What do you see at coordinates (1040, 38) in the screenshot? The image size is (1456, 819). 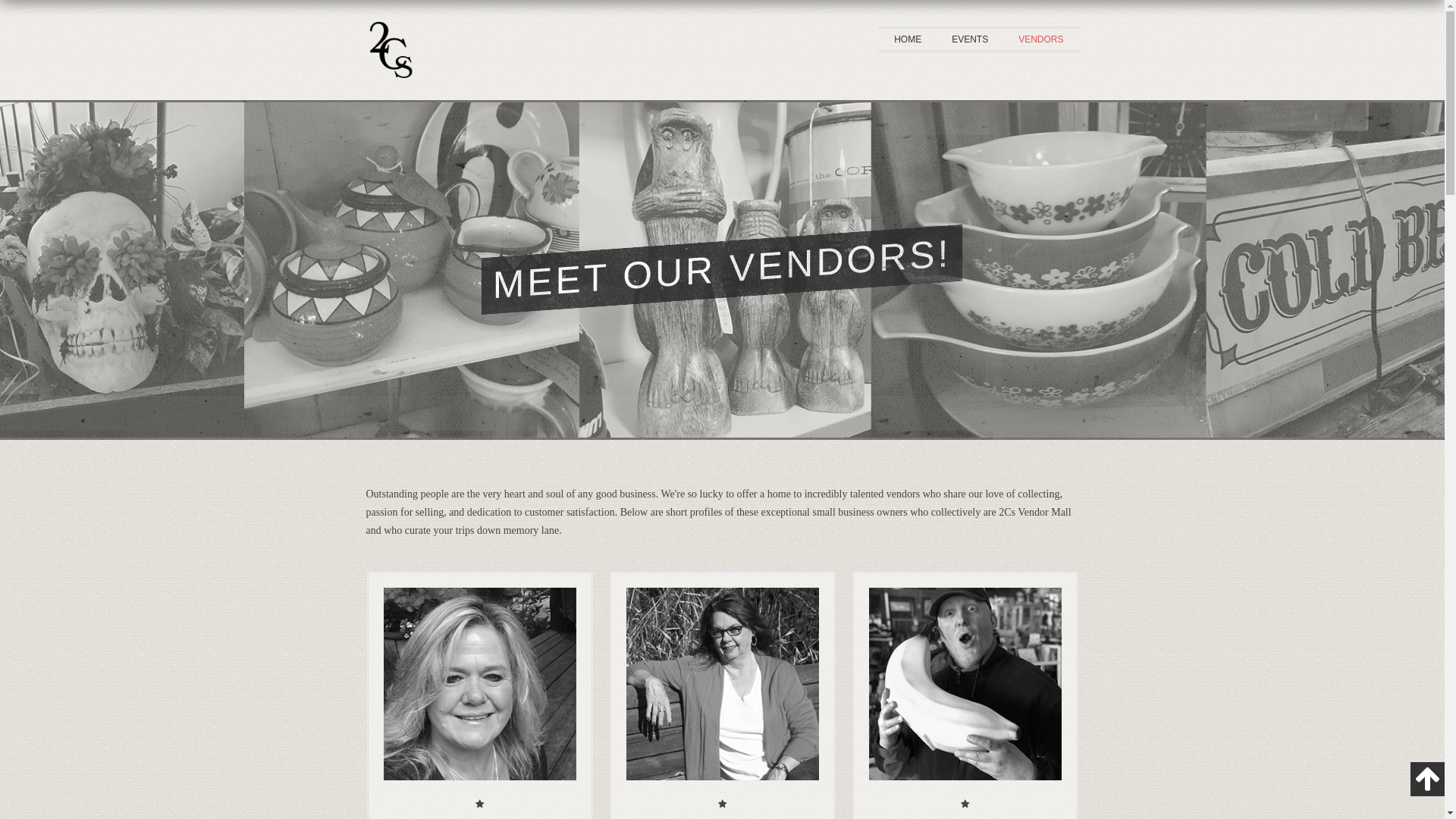 I see `'VENDORS'` at bounding box center [1040, 38].